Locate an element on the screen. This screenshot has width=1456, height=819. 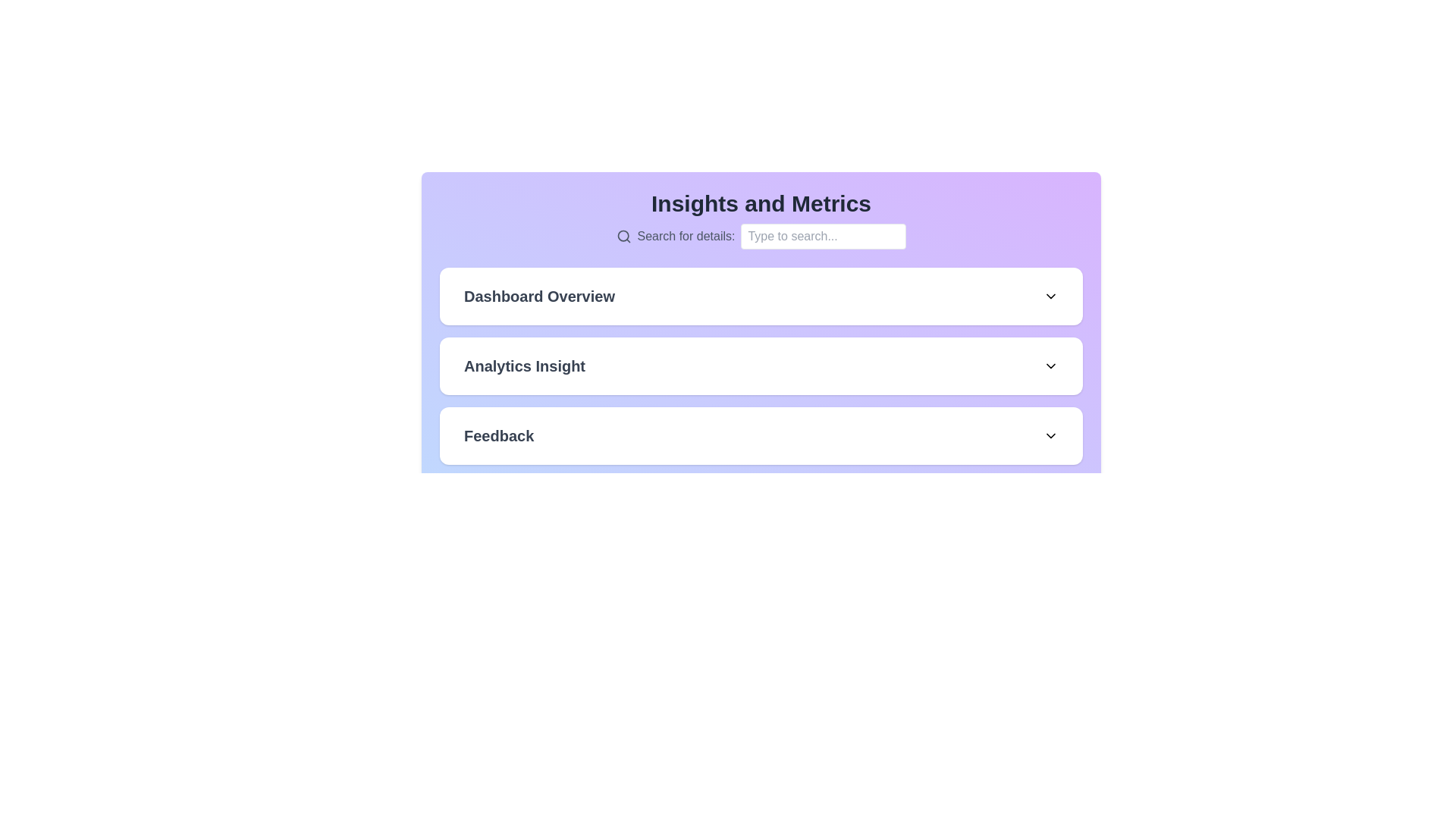
the Chevron Downward icon located to the far right of the 'Dashboard Overview' section is located at coordinates (1050, 296).